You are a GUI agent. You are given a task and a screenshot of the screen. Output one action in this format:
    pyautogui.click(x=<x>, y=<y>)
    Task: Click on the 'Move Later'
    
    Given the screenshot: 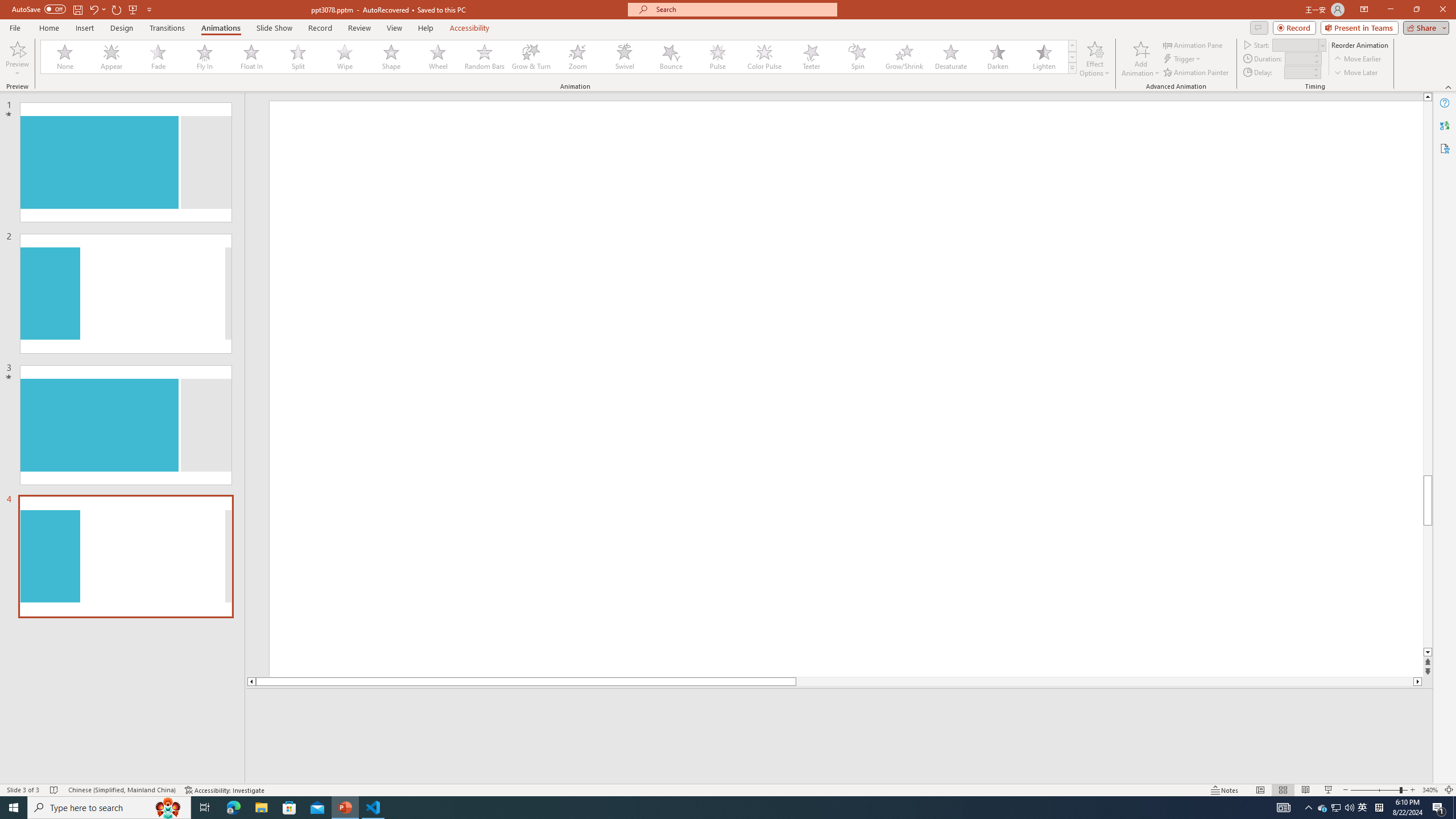 What is the action you would take?
    pyautogui.click(x=1356, y=72)
    